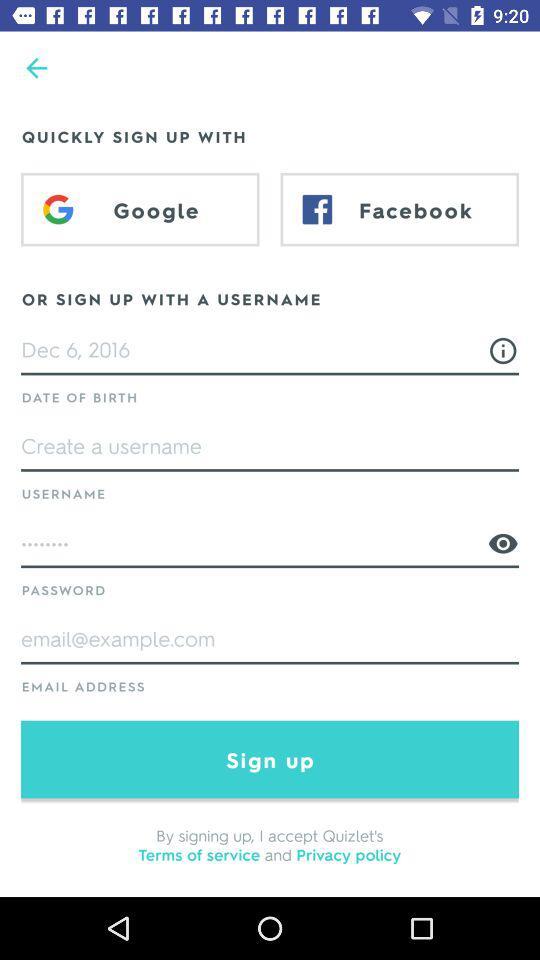 Image resolution: width=540 pixels, height=960 pixels. What do you see at coordinates (139, 209) in the screenshot?
I see `the icon below the quickly sign up` at bounding box center [139, 209].